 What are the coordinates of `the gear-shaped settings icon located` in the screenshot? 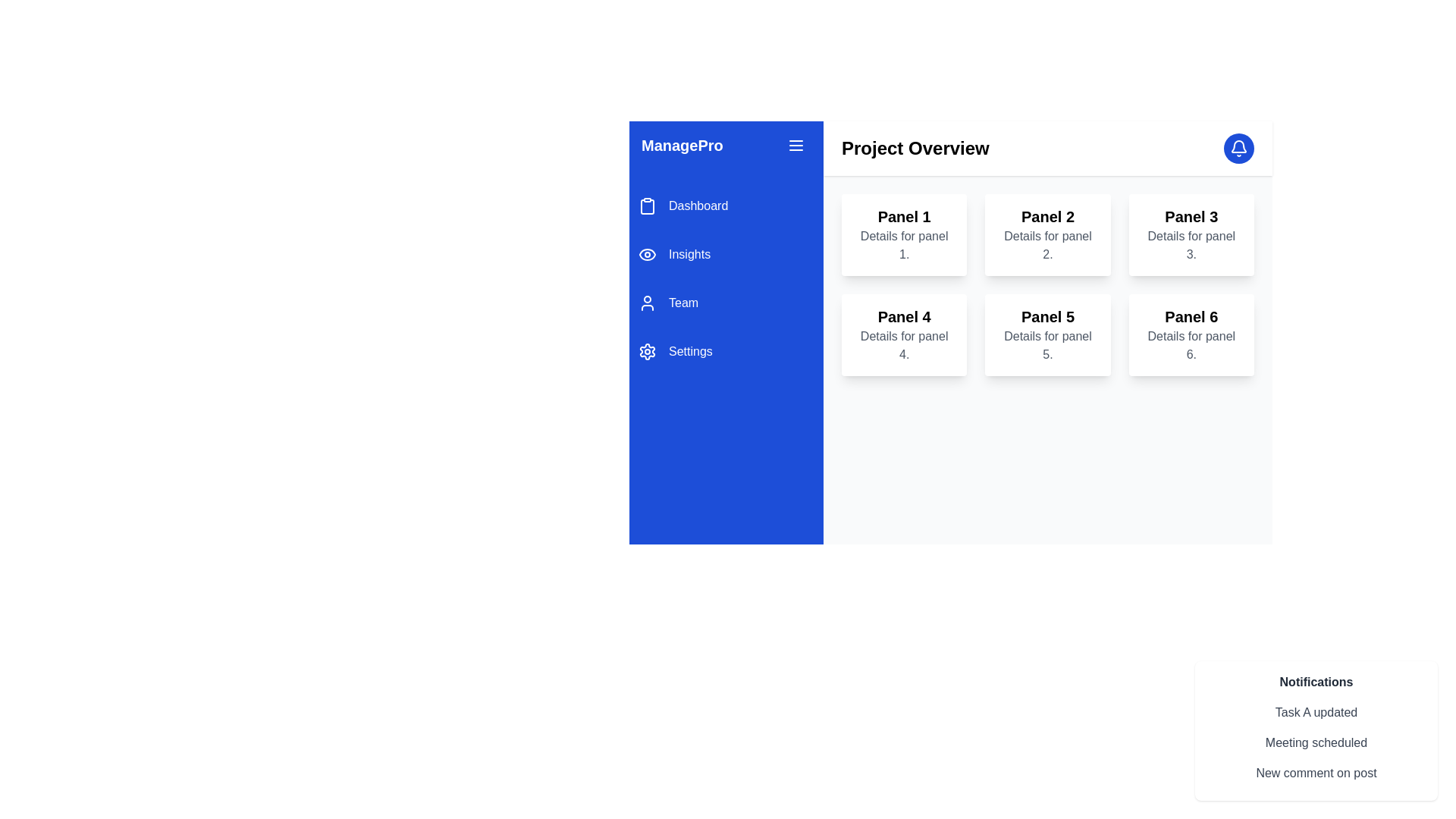 It's located at (648, 351).